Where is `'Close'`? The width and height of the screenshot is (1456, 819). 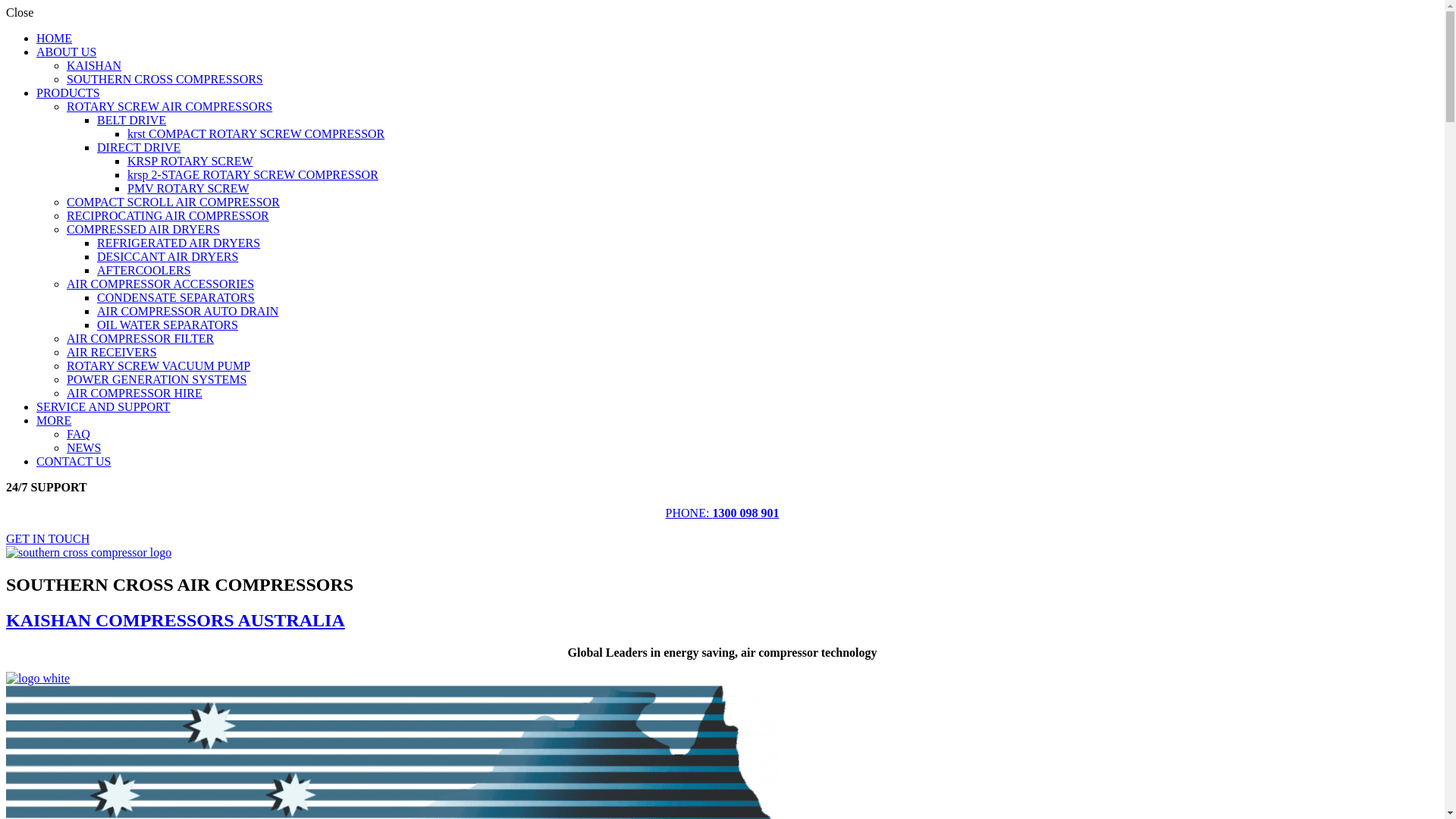
'Close' is located at coordinates (19, 12).